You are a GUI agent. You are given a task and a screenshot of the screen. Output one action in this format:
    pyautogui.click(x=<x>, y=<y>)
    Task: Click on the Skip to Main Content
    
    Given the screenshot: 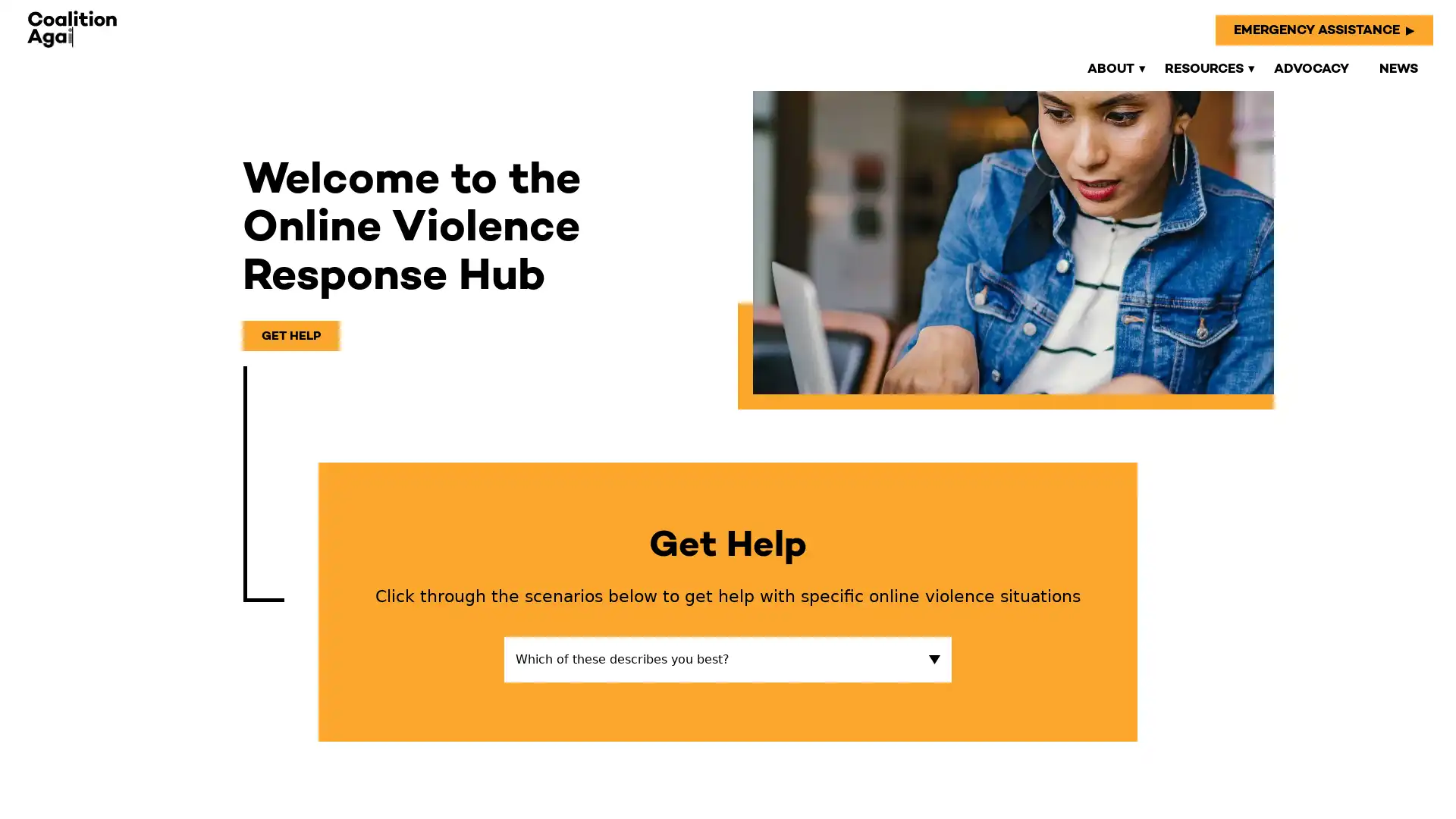 What is the action you would take?
    pyautogui.click(x=15, y=15)
    